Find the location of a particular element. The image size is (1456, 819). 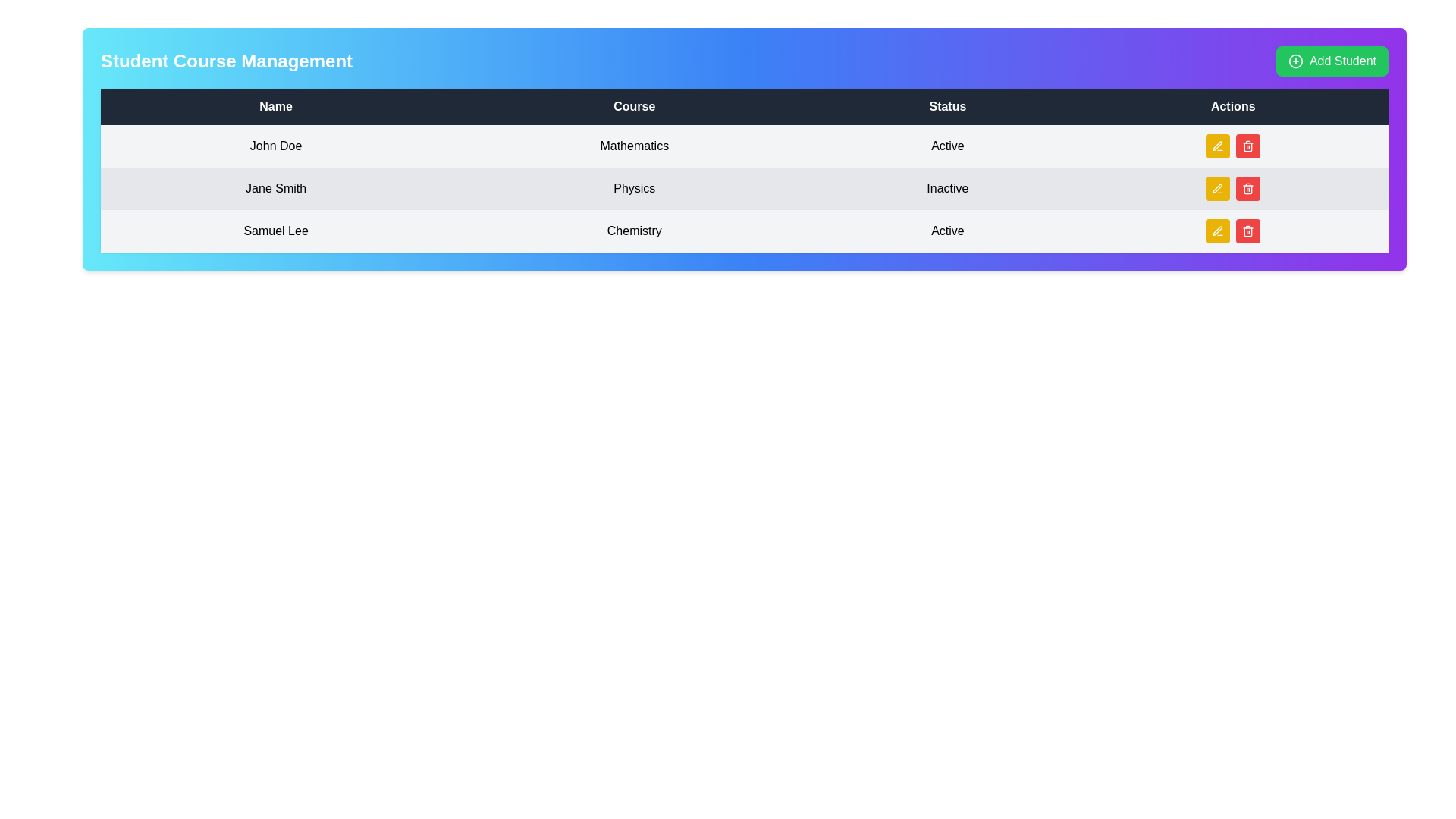

the text element representing the name of an individual, which is the third entry in the 'Name' column of the table, located under the 'Name' header is located at coordinates (276, 231).